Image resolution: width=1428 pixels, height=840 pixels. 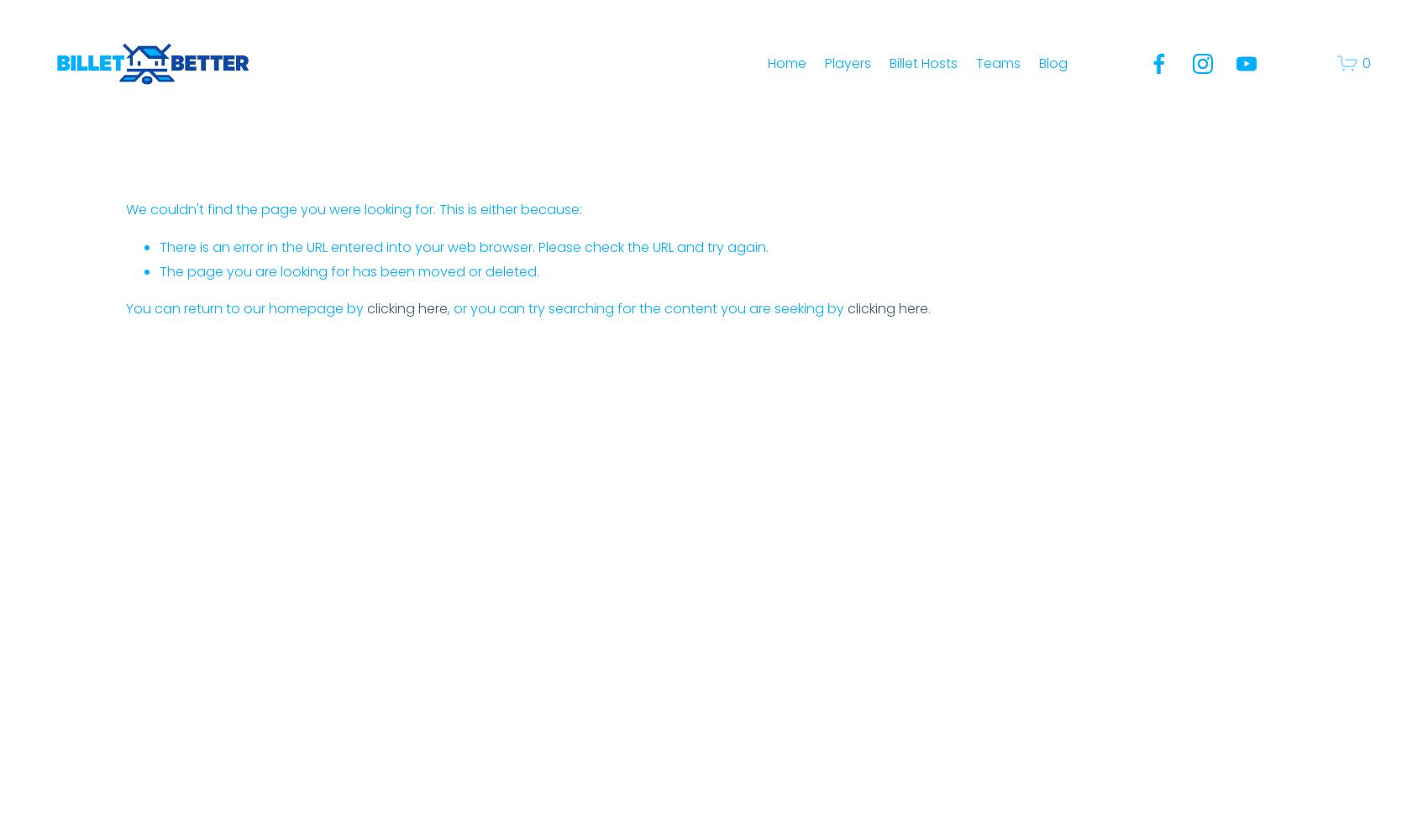 I want to click on 'Teams', so click(x=997, y=61).